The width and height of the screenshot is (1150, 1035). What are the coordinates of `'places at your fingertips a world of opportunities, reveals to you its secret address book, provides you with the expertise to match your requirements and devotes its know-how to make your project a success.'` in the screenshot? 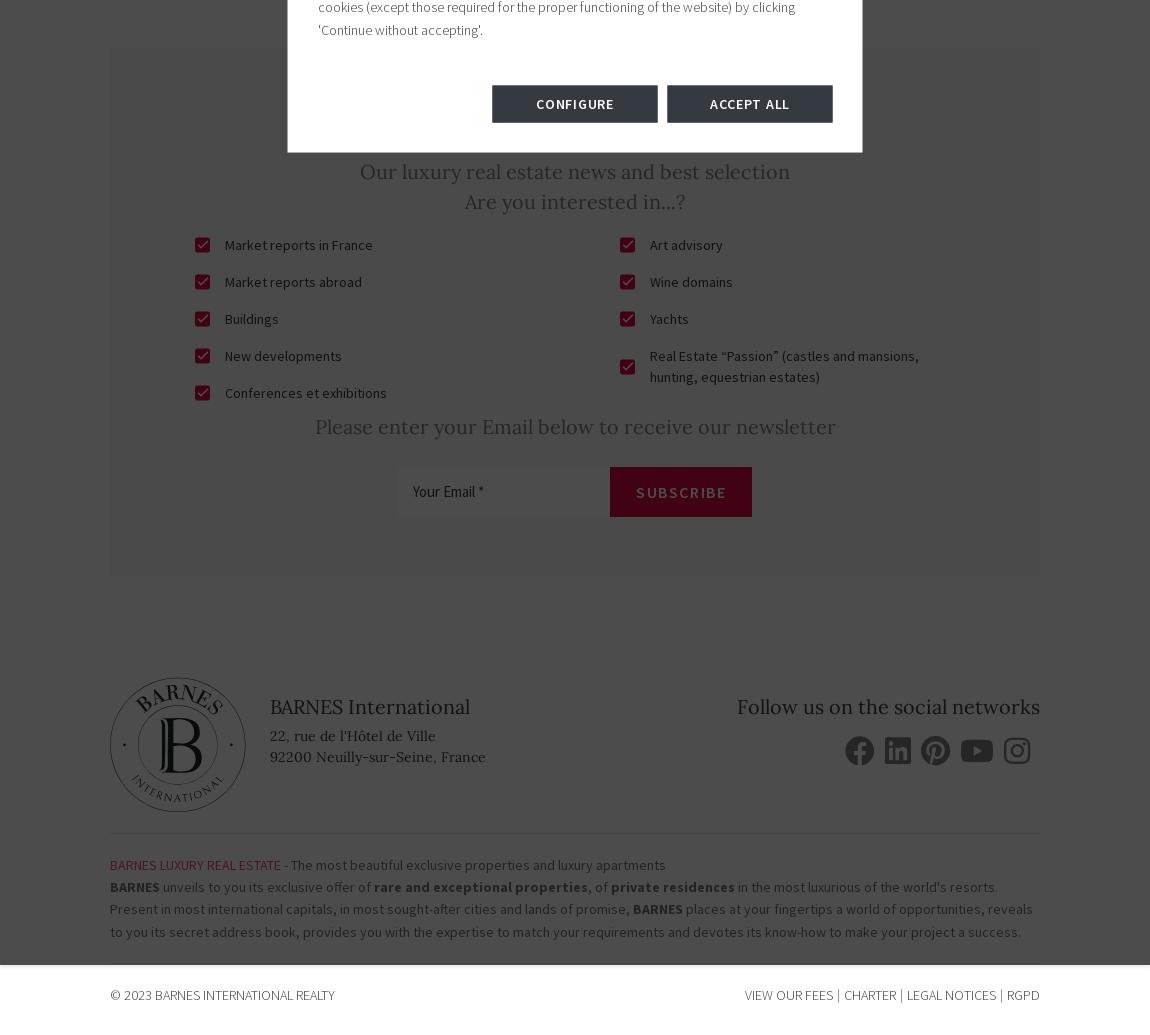 It's located at (571, 919).